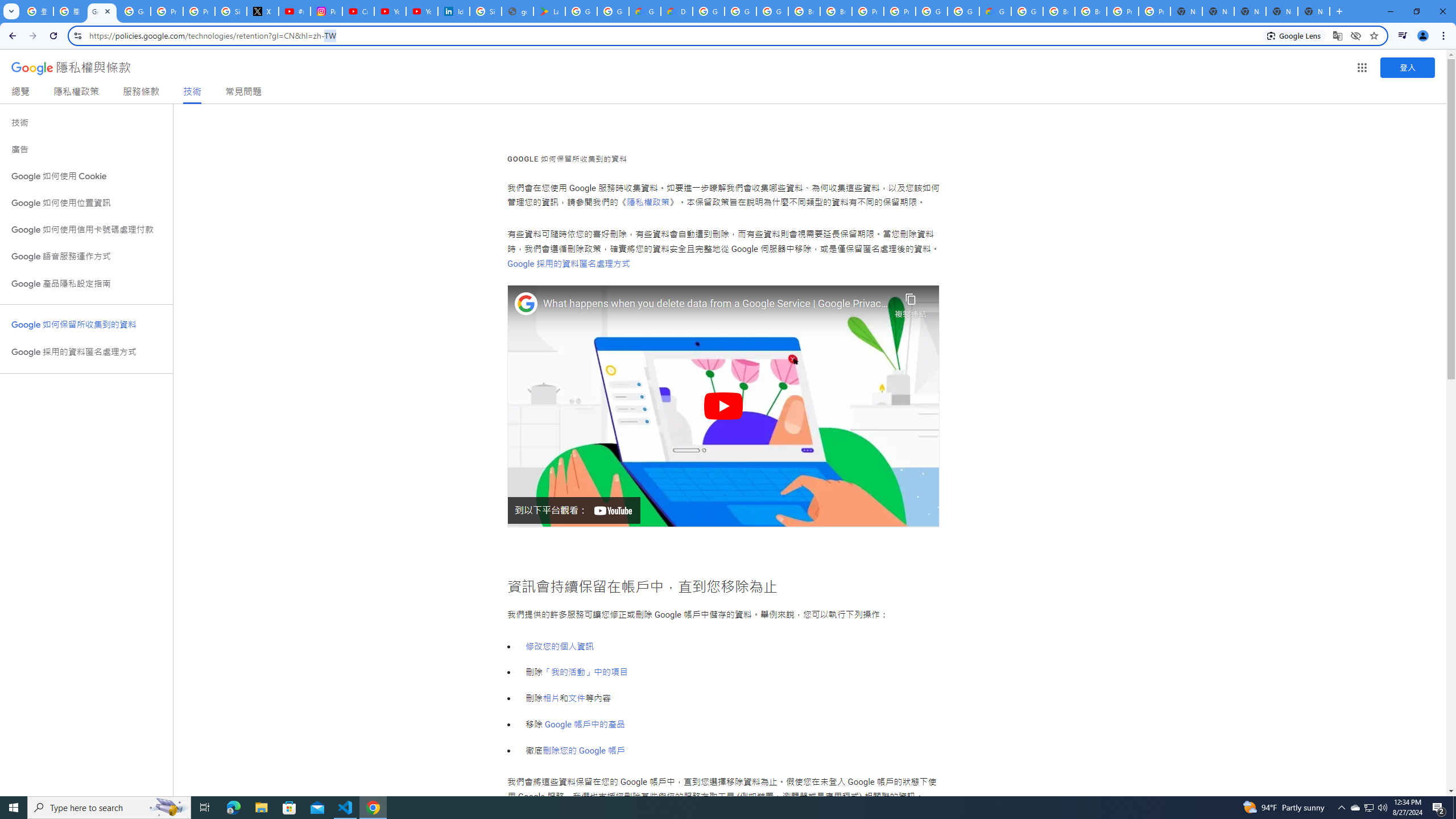  I want to click on 'Google Cloud Platform', so click(1027, 11).